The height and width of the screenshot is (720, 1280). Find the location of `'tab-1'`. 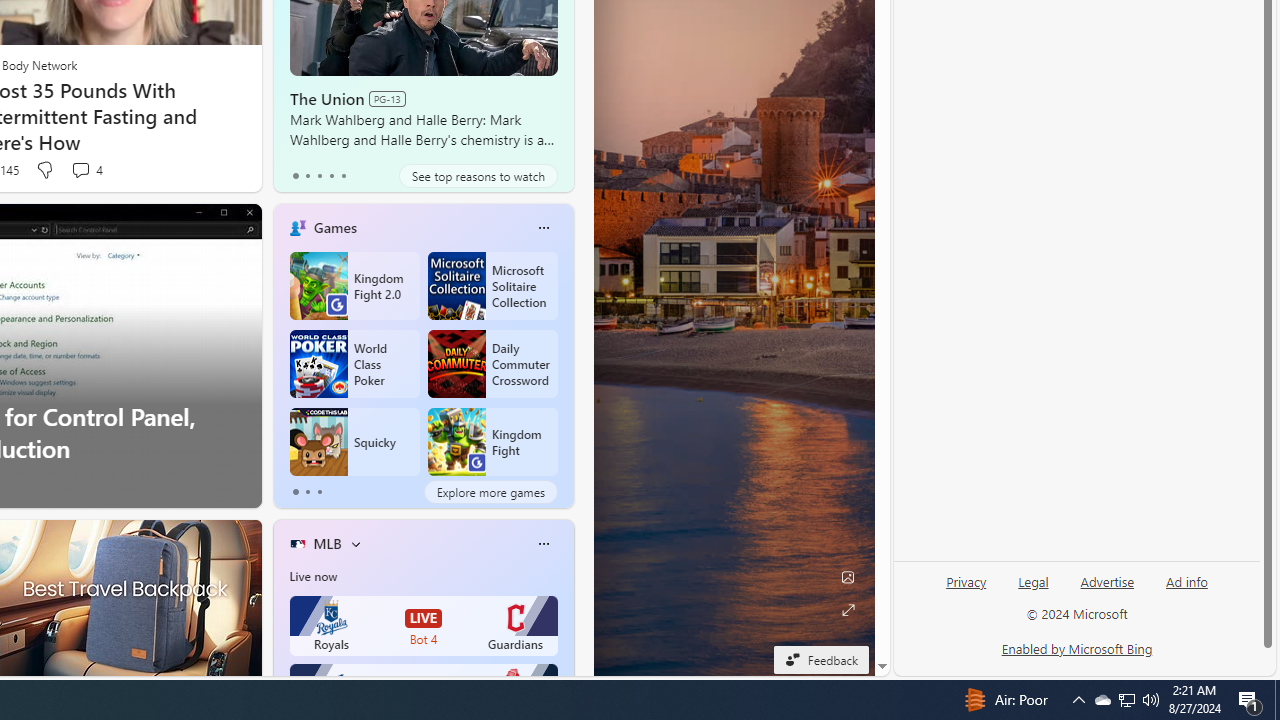

'tab-1' is located at coordinates (306, 492).